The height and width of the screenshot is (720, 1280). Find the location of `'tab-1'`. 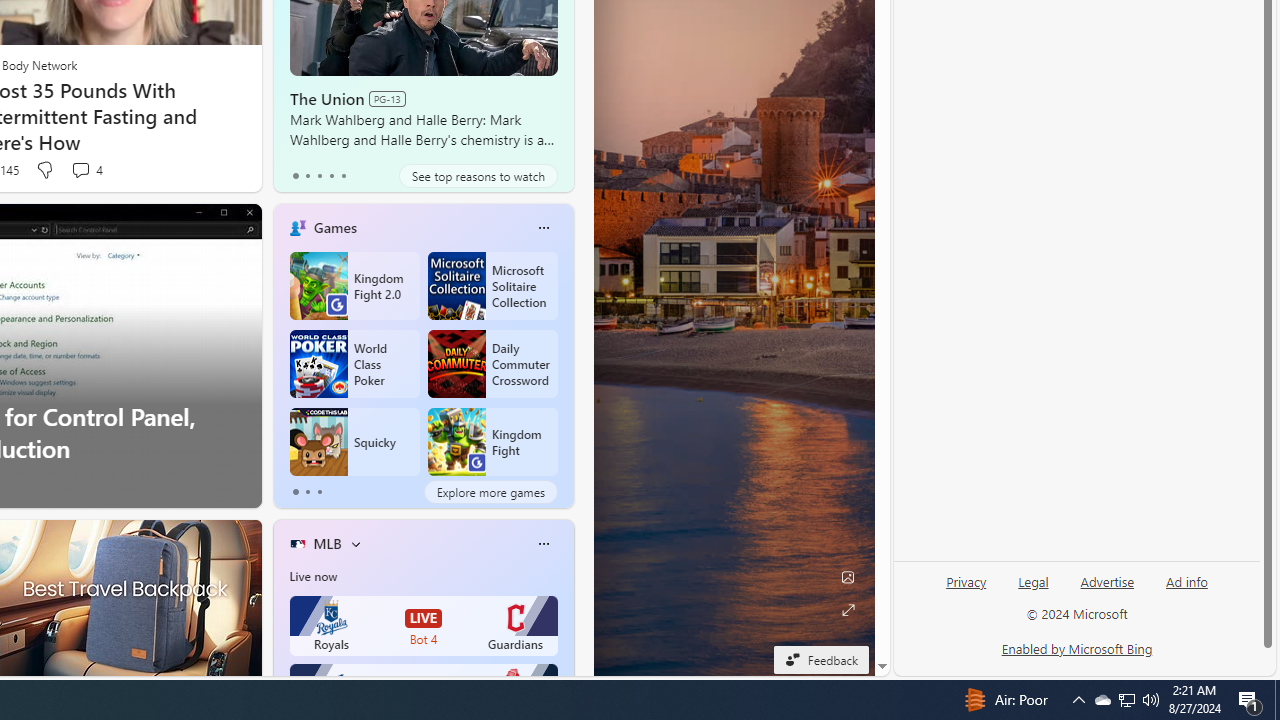

'tab-1' is located at coordinates (306, 492).